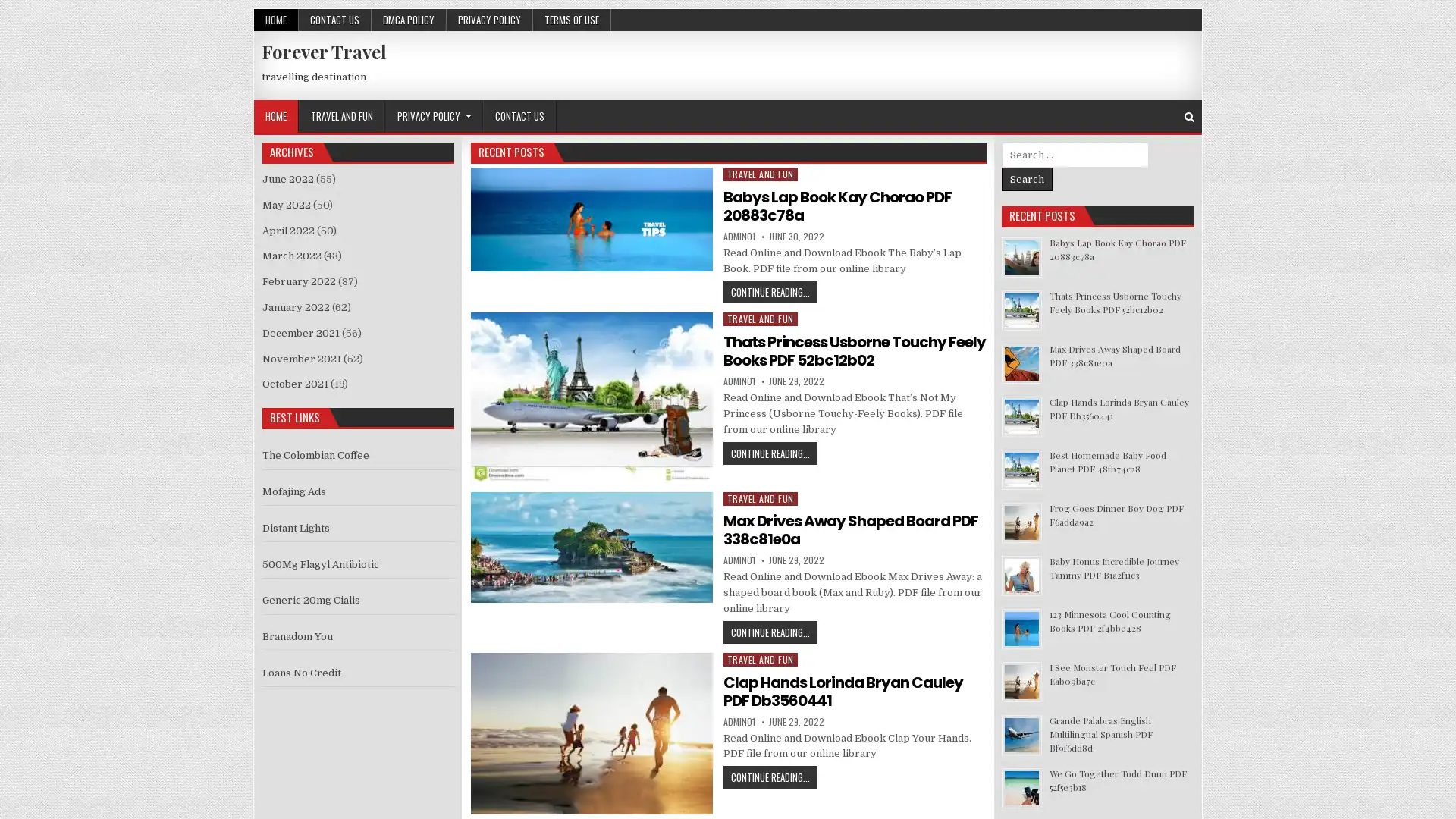 The width and height of the screenshot is (1456, 819). Describe the element at coordinates (1027, 178) in the screenshot. I see `Search` at that location.